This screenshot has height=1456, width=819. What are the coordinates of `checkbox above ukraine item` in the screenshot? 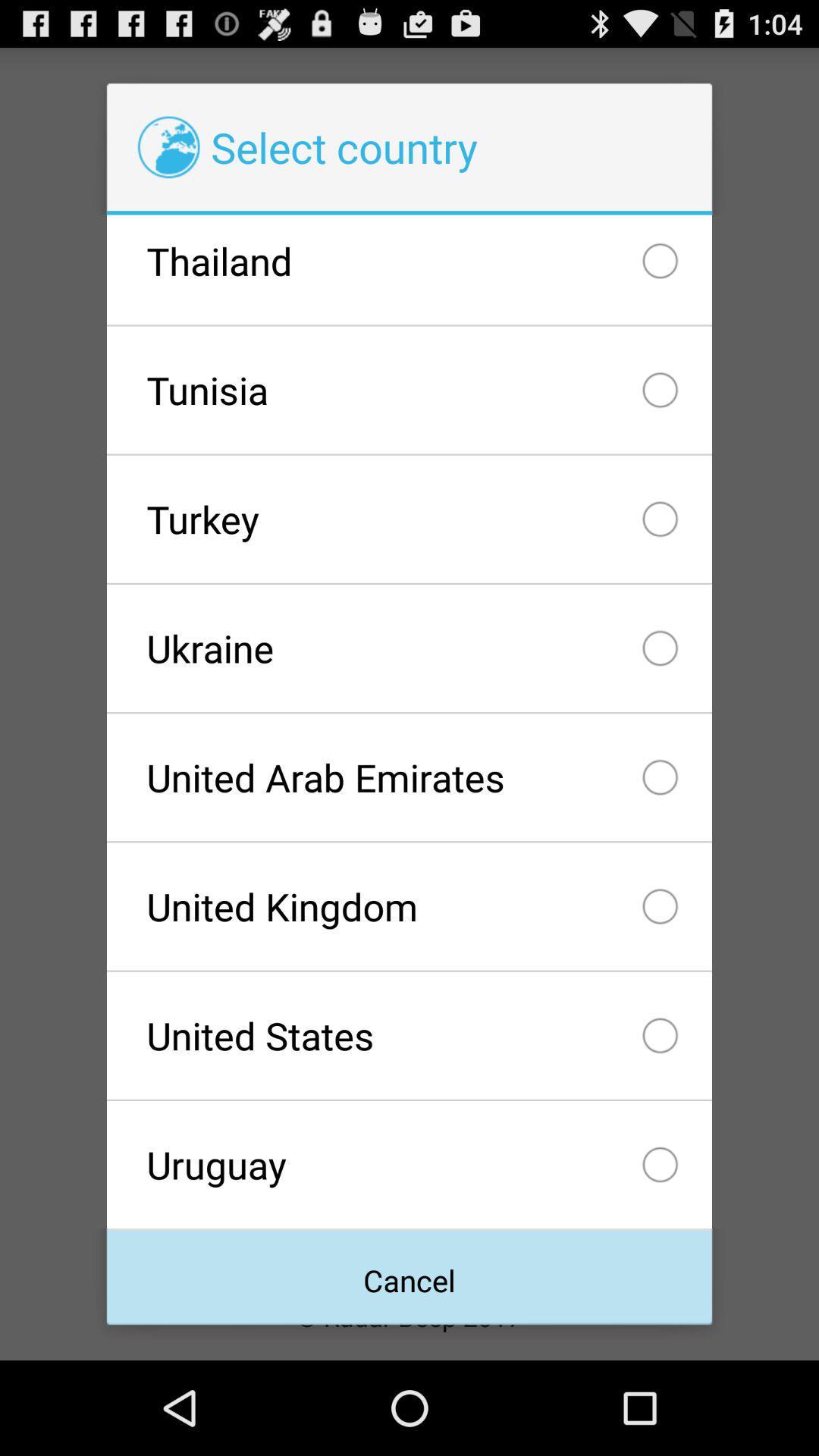 It's located at (409, 519).